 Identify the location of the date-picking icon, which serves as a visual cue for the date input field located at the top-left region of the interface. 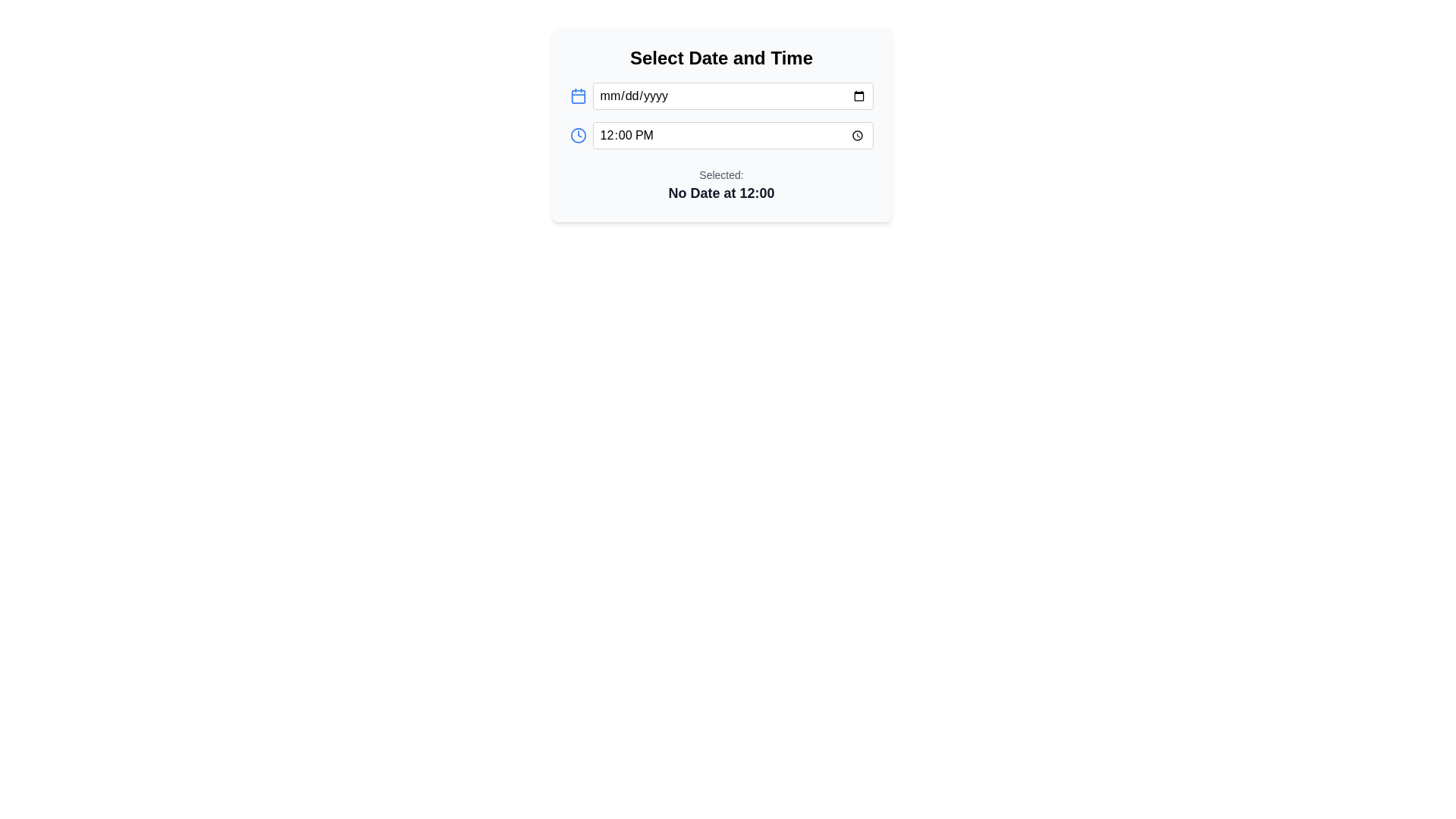
(577, 96).